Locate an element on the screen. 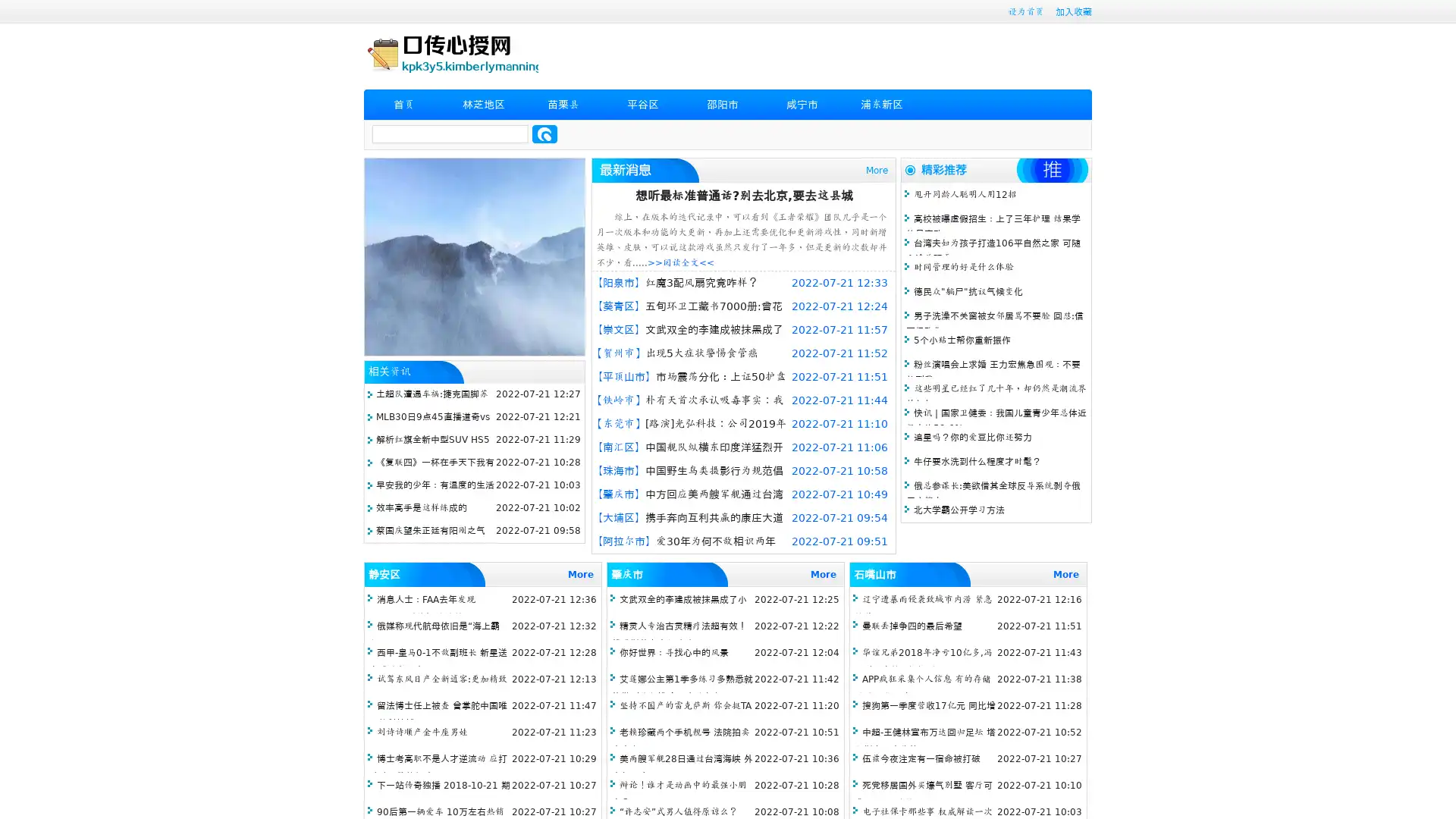 The width and height of the screenshot is (1456, 819). Search is located at coordinates (544, 133).